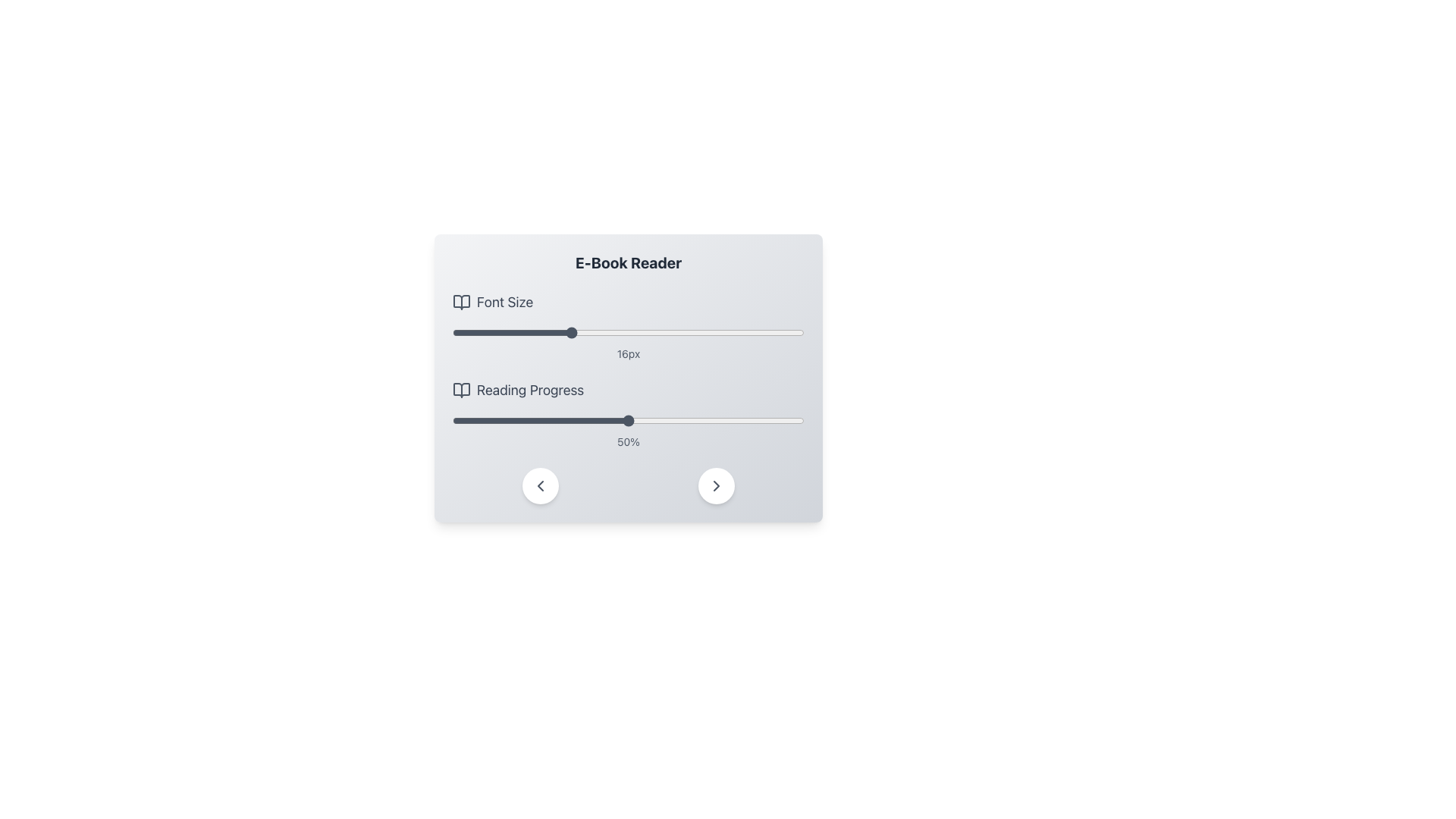 The width and height of the screenshot is (1456, 819). I want to click on the reading progress, so click(488, 421).